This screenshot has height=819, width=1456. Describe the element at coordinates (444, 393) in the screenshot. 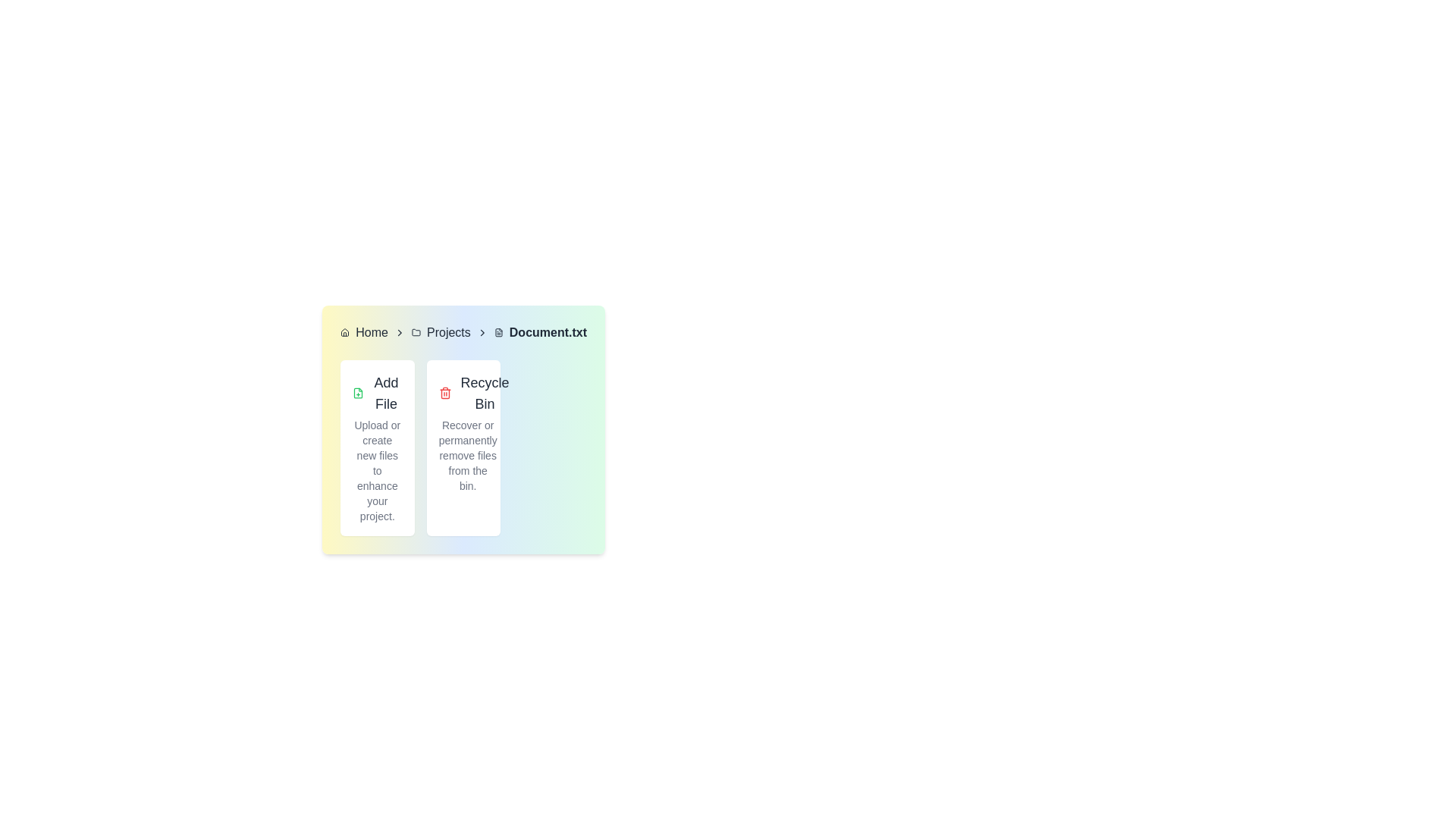

I see `the red trash bin icon located at the top-left corner of the 'Recycle Bin' card` at that location.